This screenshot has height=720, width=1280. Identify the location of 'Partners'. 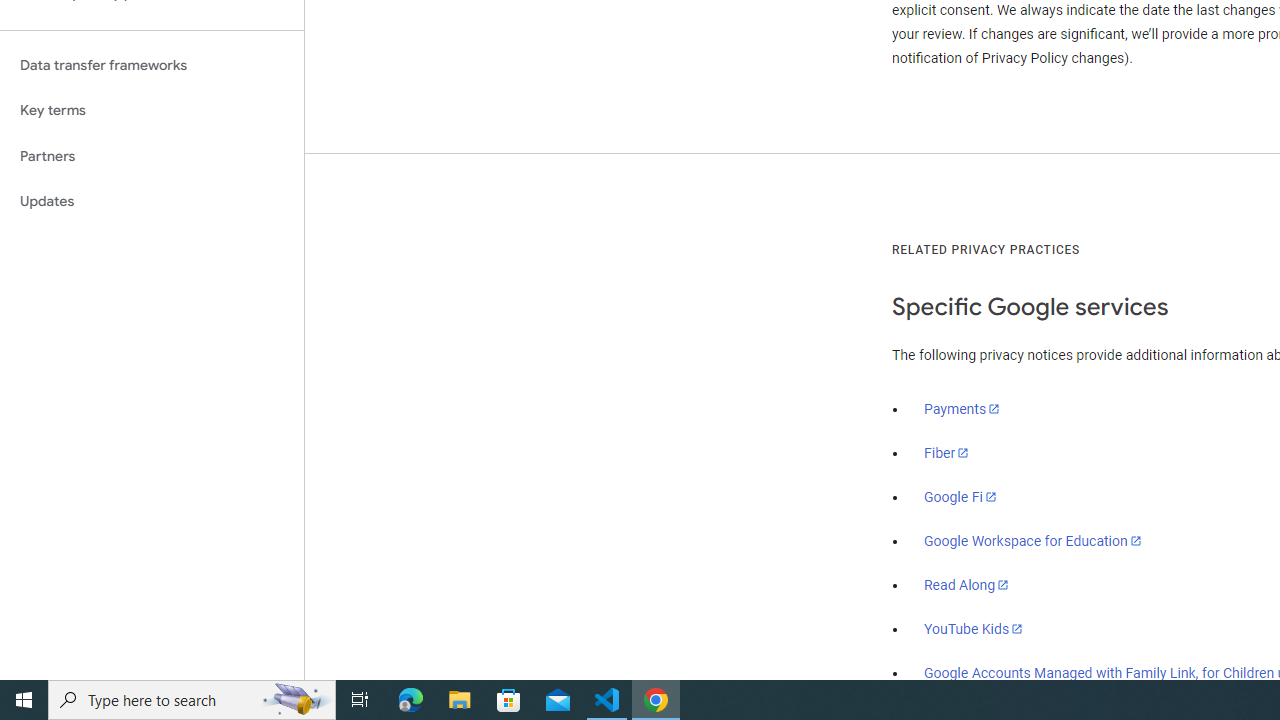
(151, 155).